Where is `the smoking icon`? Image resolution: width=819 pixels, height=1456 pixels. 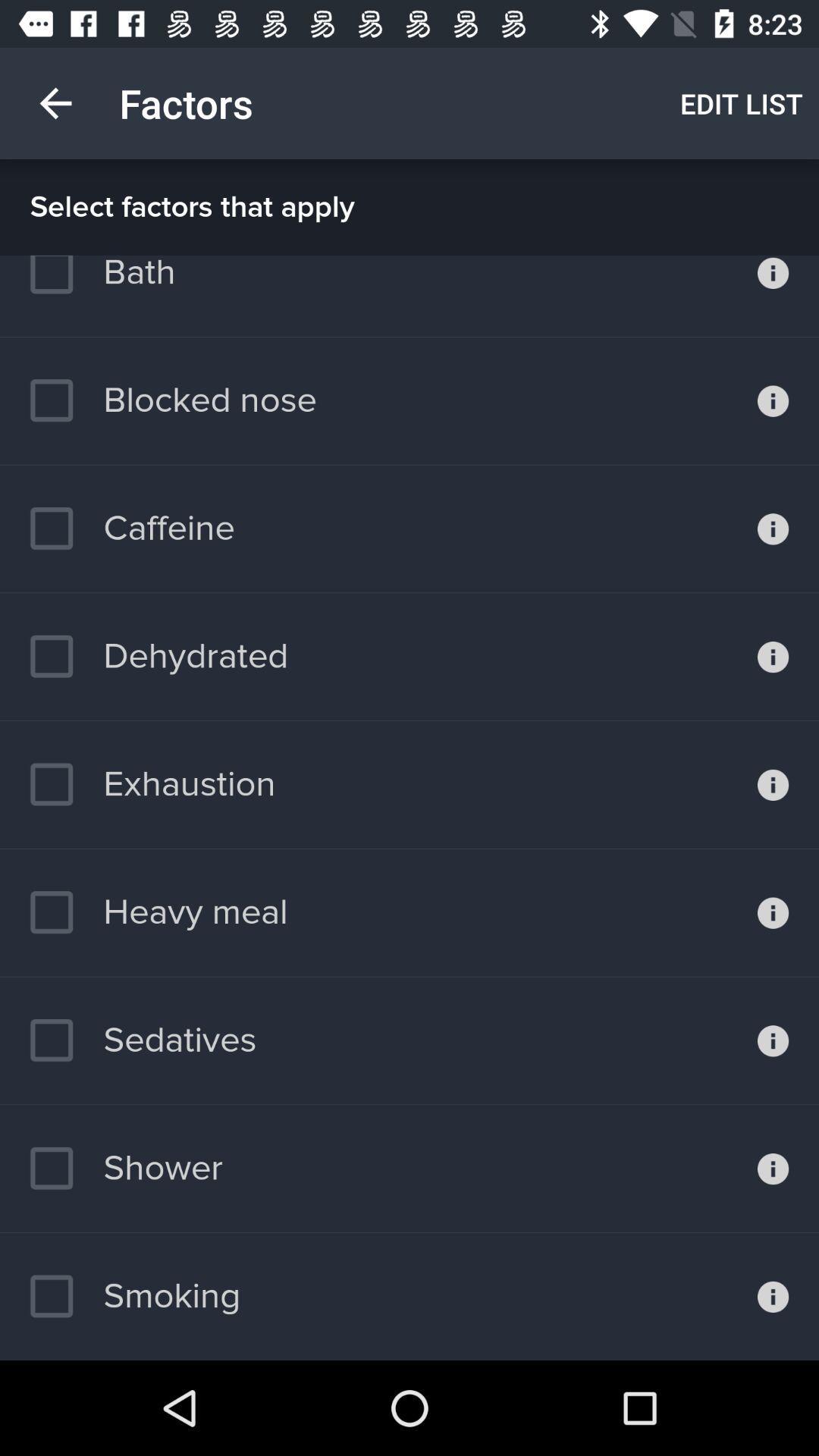
the smoking icon is located at coordinates (134, 1295).